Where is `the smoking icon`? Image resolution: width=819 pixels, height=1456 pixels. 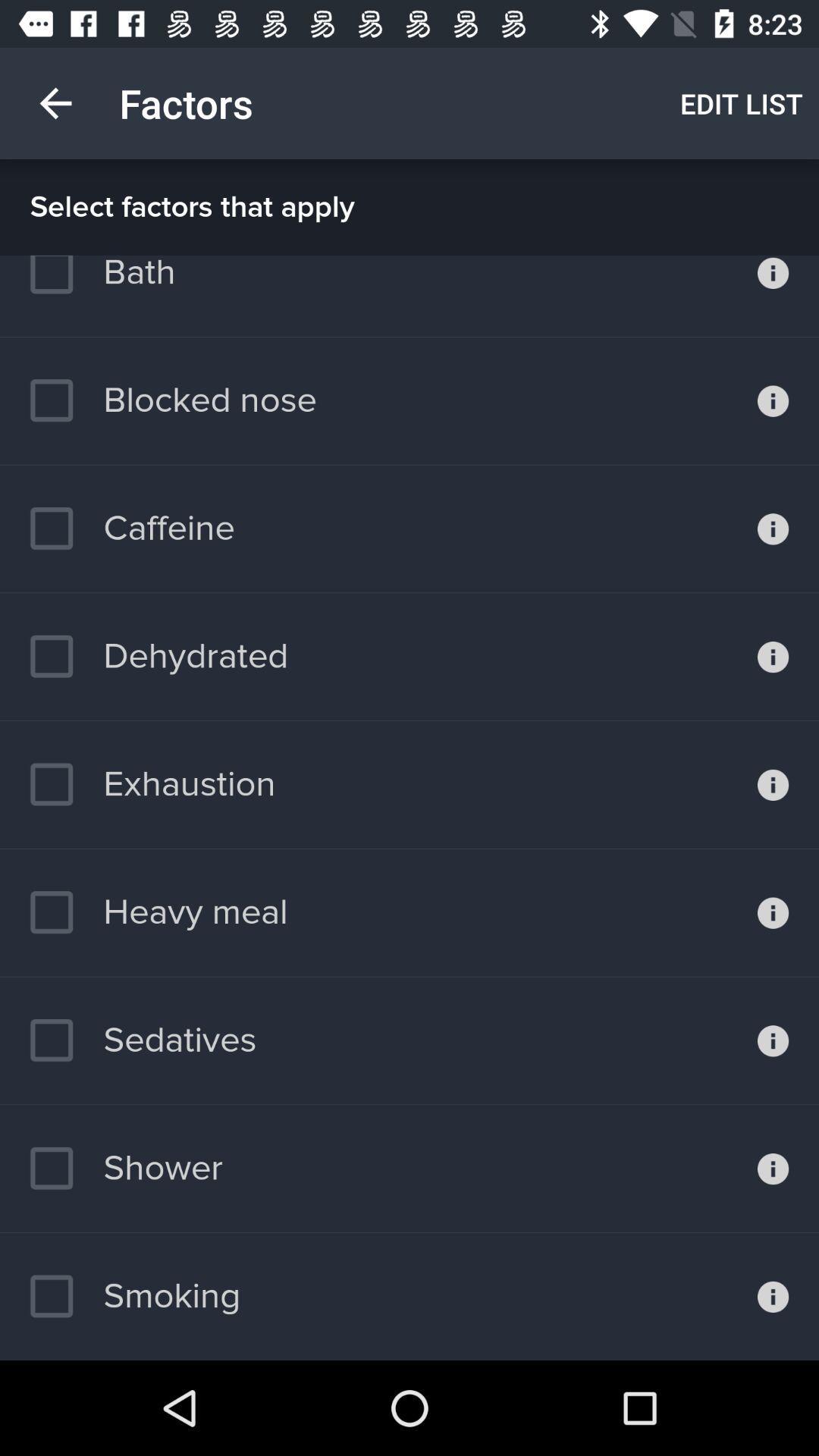
the smoking icon is located at coordinates (134, 1295).